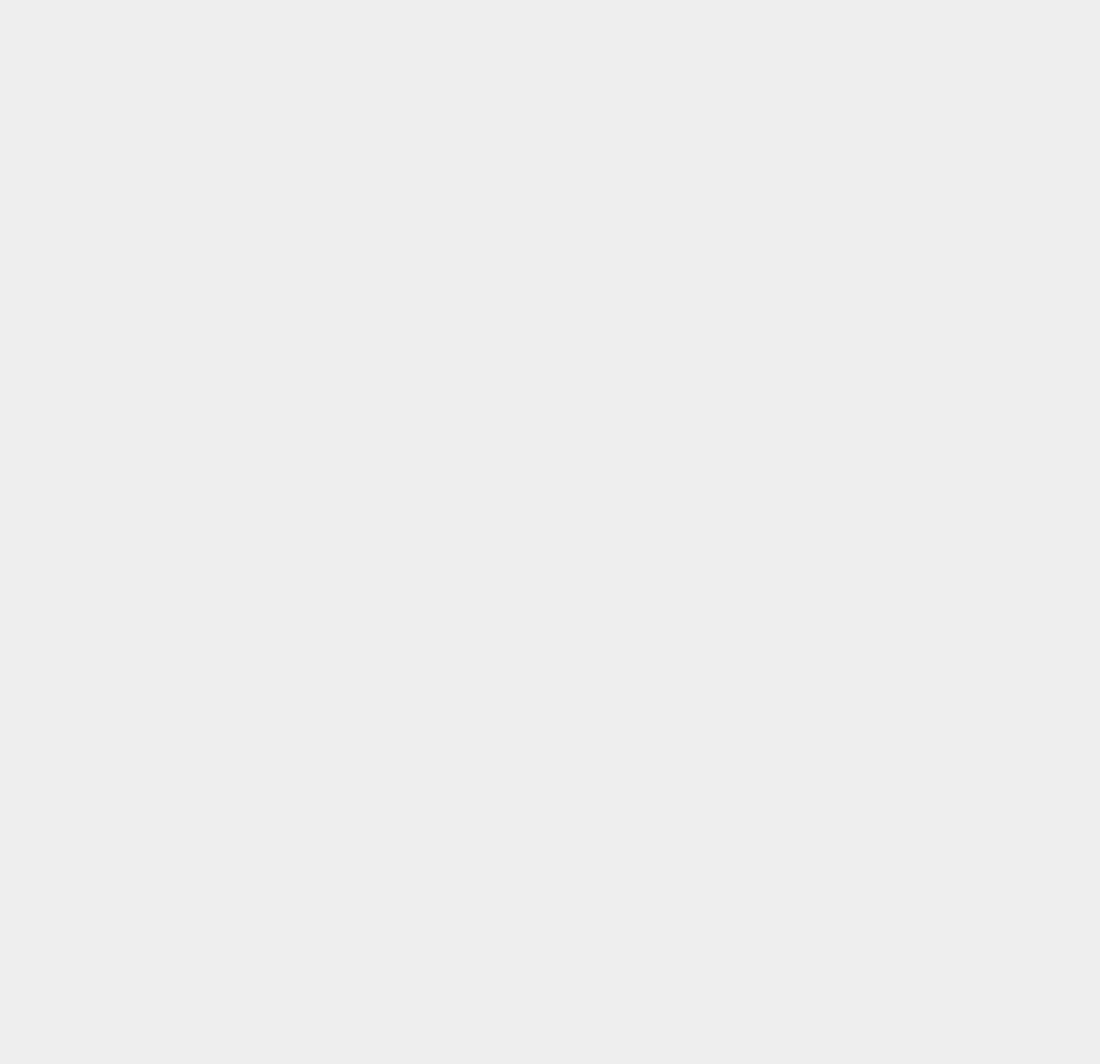 This screenshot has height=1064, width=1100. What do you see at coordinates (778, 644) in the screenshot?
I see `'Facebook Stocks'` at bounding box center [778, 644].